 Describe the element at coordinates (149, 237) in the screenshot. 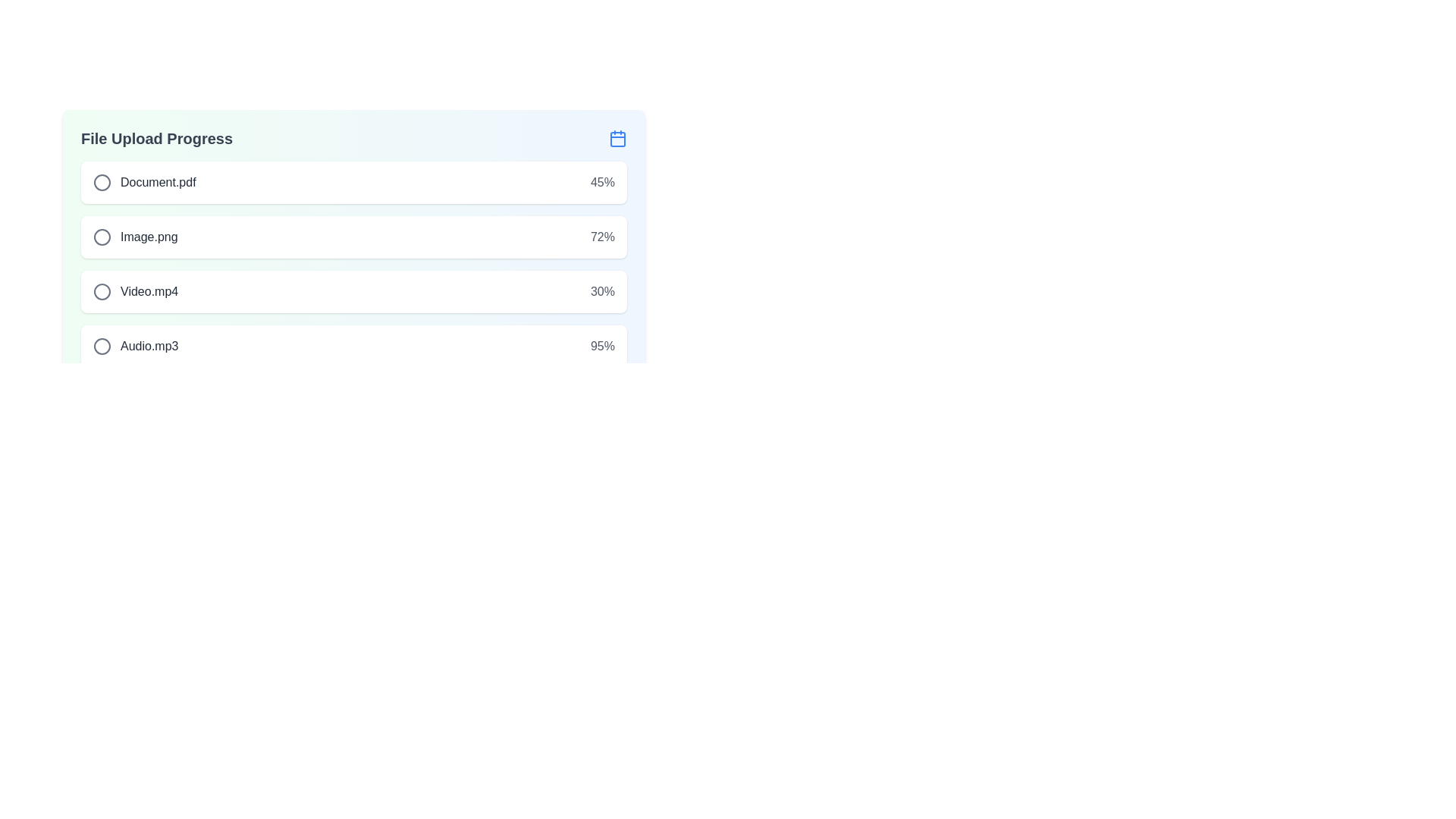

I see `the text label displaying 'Image.png' in medium gray bold font, located in the second row of the upload progress list` at that location.